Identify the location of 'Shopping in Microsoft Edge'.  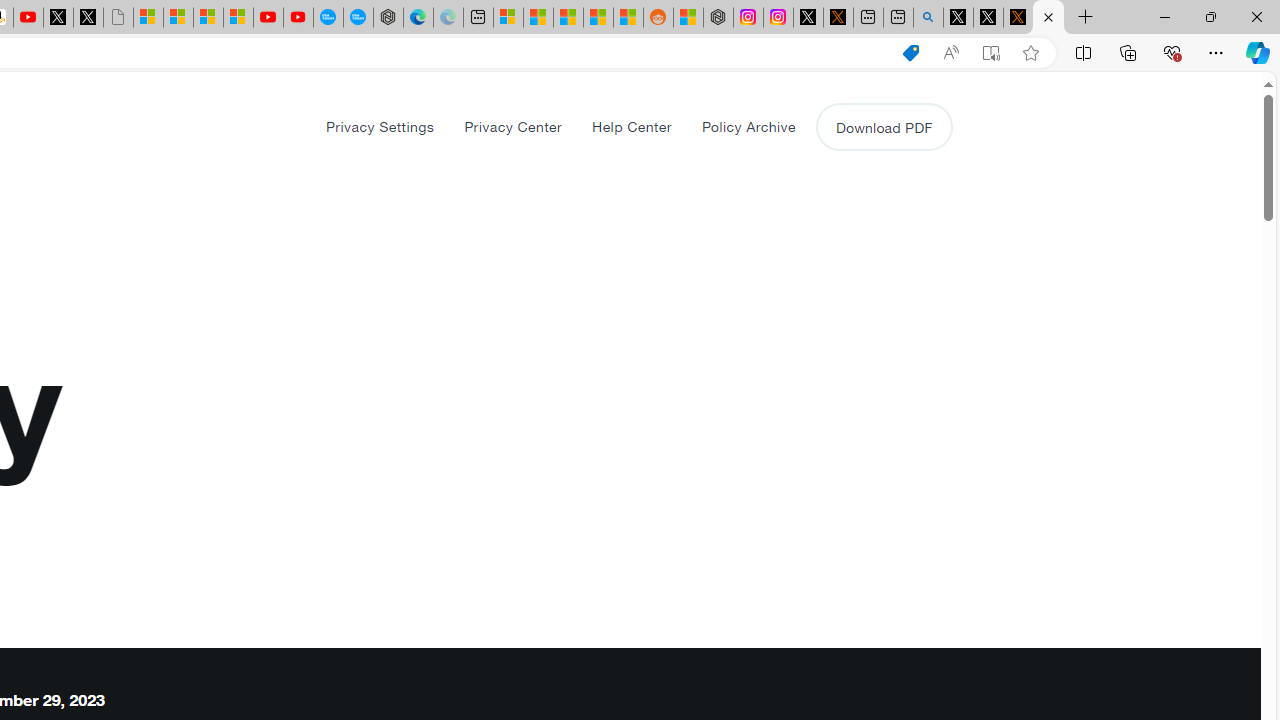
(909, 52).